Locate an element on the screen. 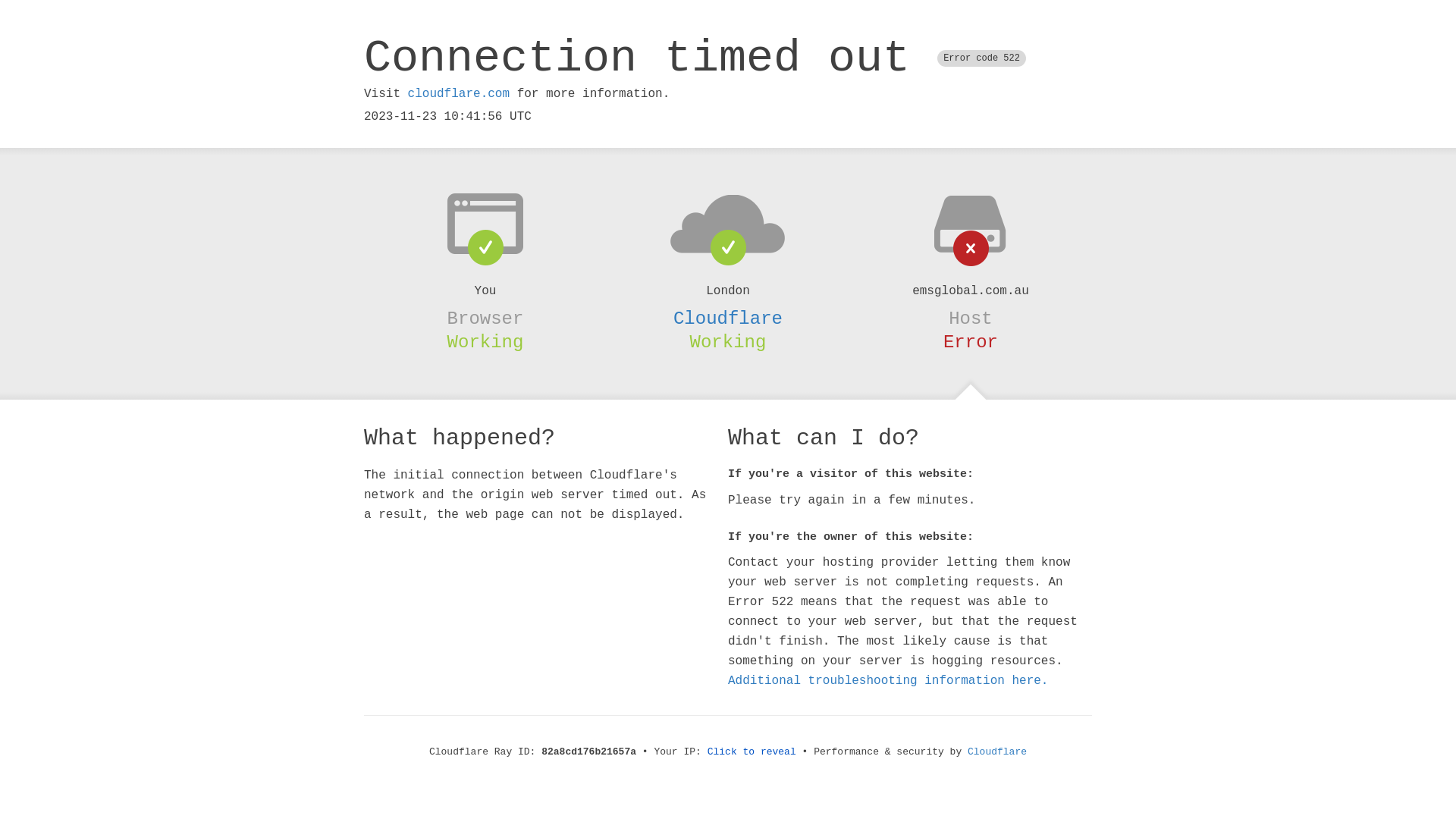  'Click to reveal' is located at coordinates (752, 752).